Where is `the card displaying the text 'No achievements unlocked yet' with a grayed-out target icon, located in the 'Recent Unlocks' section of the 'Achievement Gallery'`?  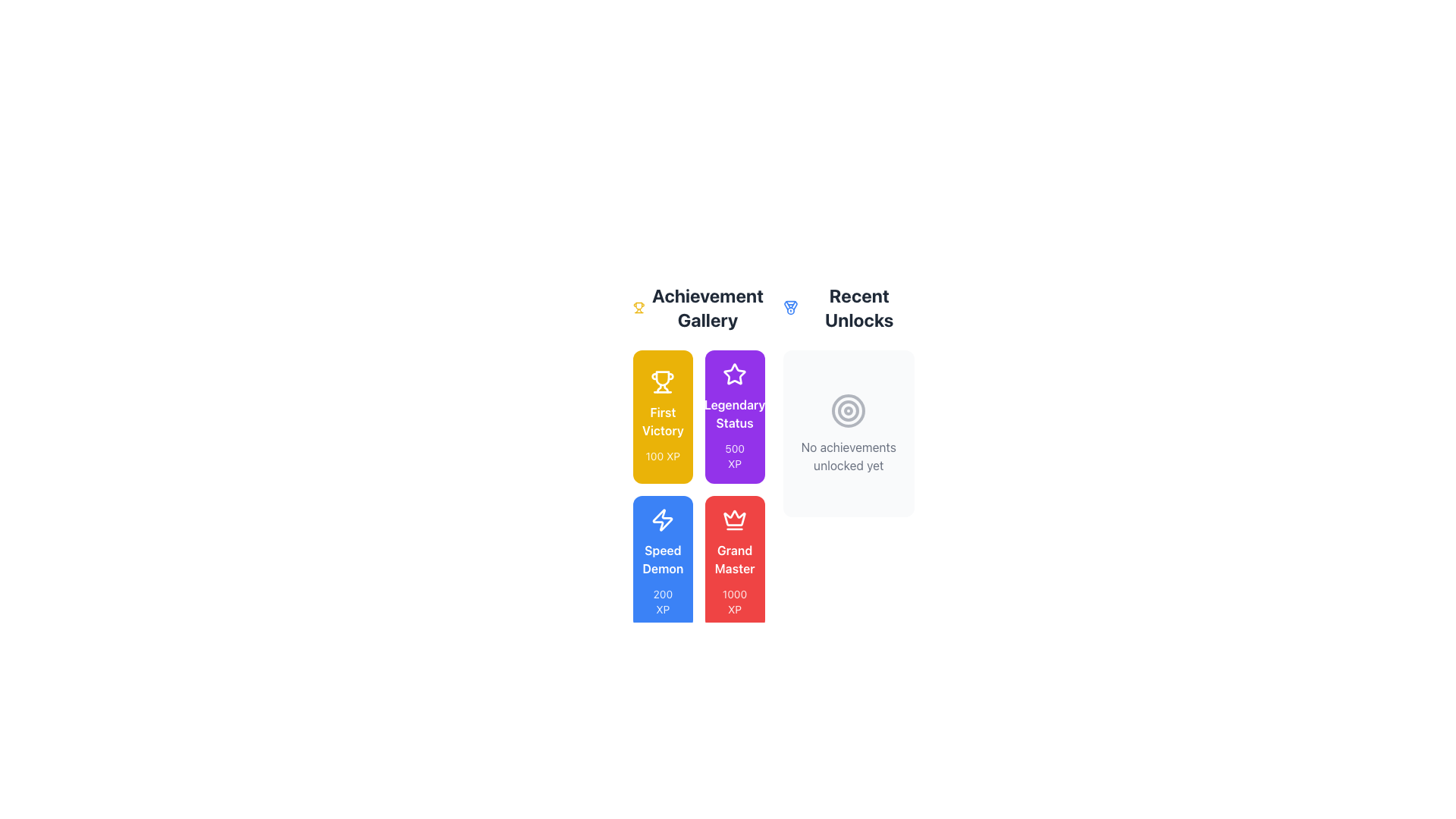 the card displaying the text 'No achievements unlocked yet' with a grayed-out target icon, located in the 'Recent Unlocks' section of the 'Achievement Gallery' is located at coordinates (848, 433).